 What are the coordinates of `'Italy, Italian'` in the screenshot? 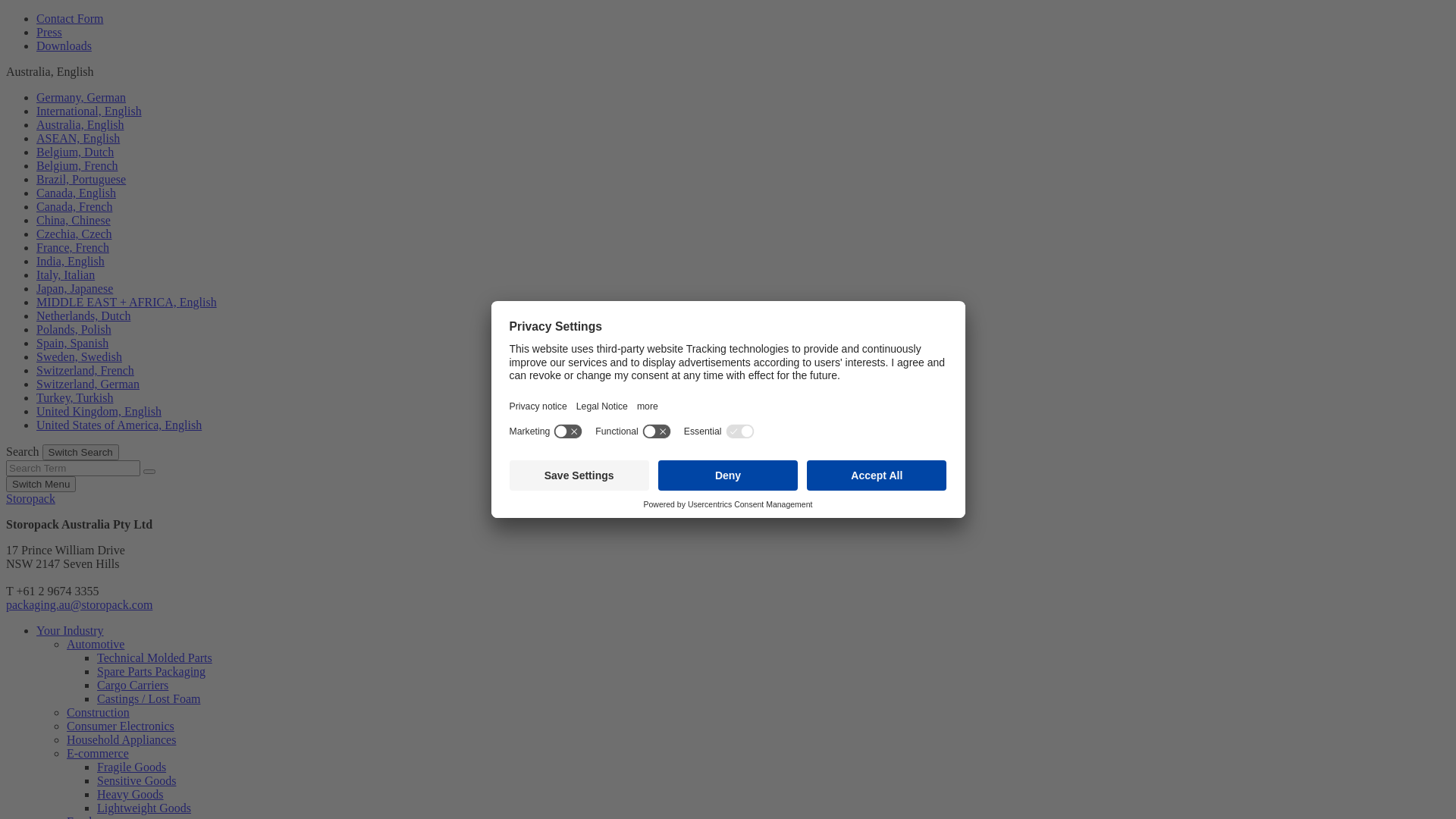 It's located at (64, 275).